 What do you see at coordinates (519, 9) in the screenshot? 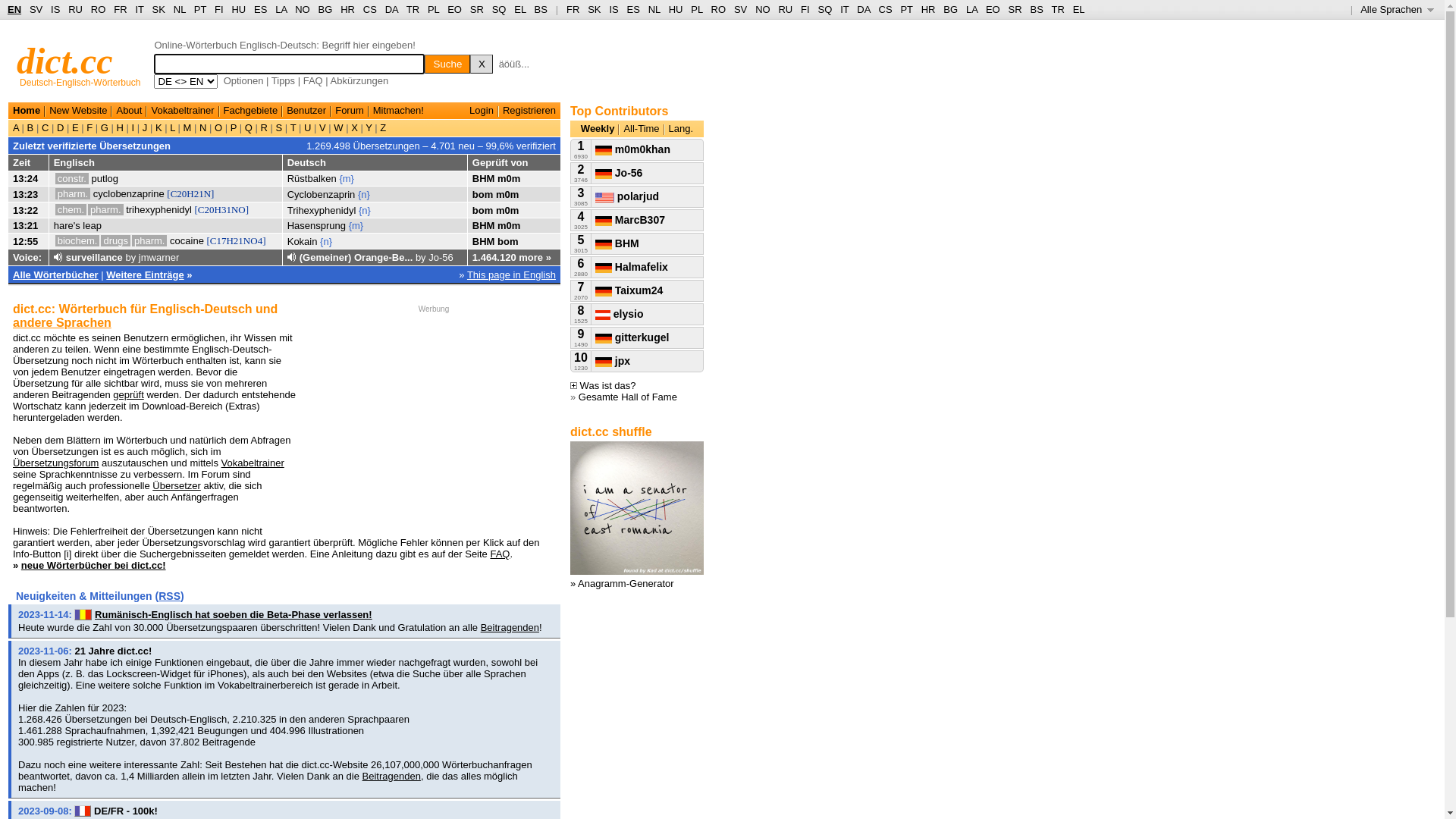
I see `'EL'` at bounding box center [519, 9].